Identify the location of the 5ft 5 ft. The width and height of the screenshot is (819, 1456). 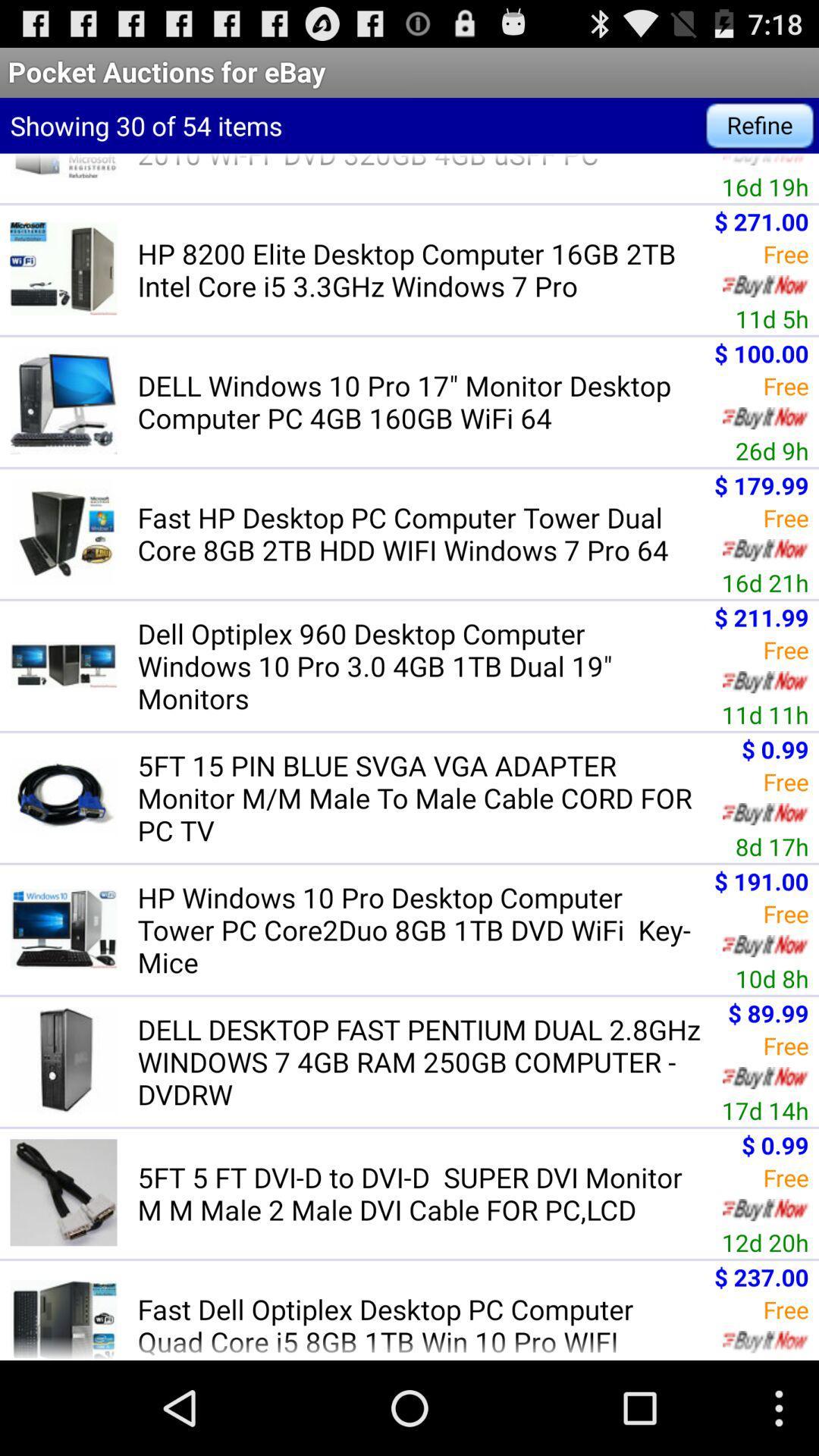
(424, 1192).